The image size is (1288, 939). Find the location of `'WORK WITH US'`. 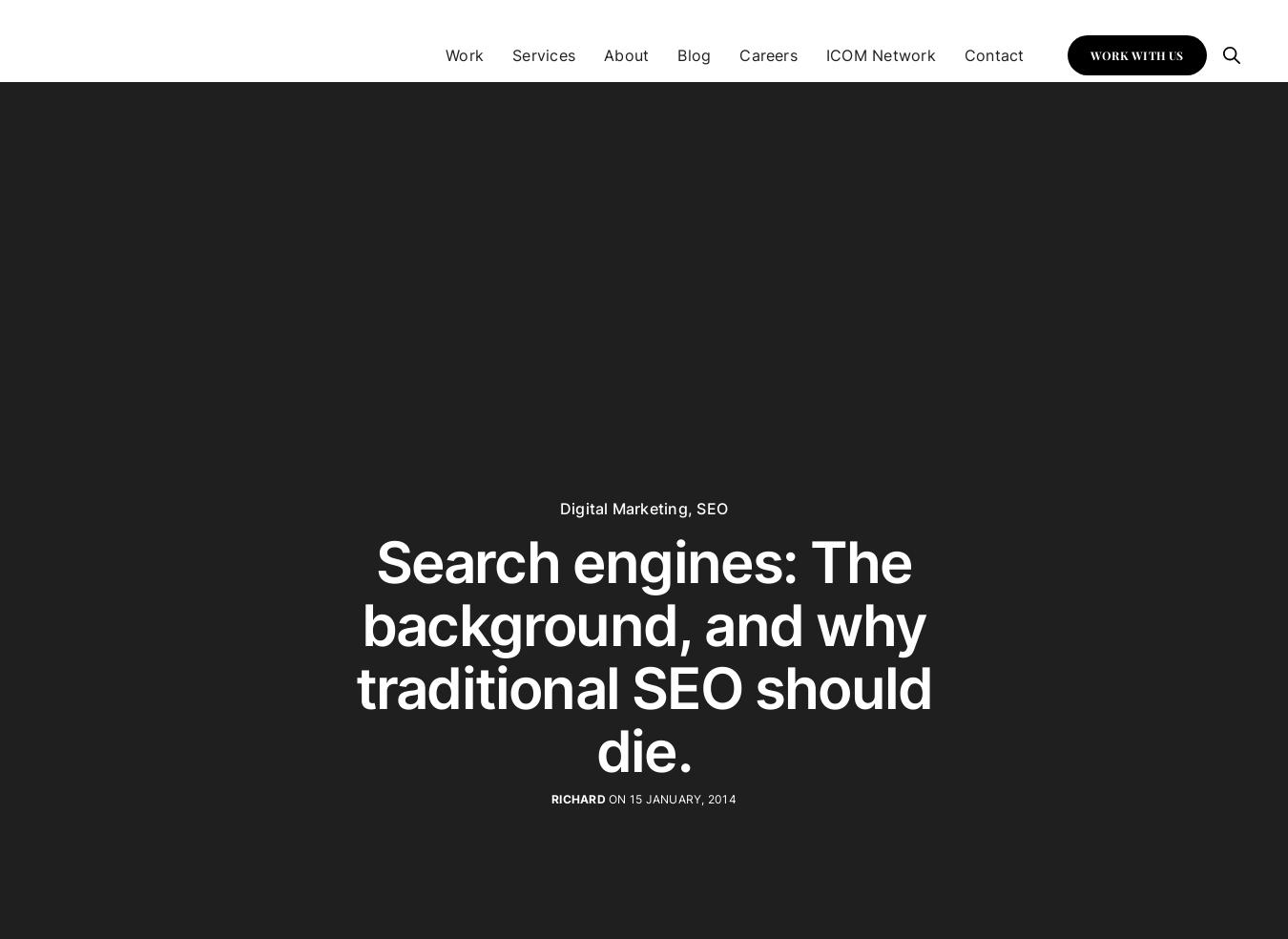

'WORK WITH US' is located at coordinates (1134, 52).